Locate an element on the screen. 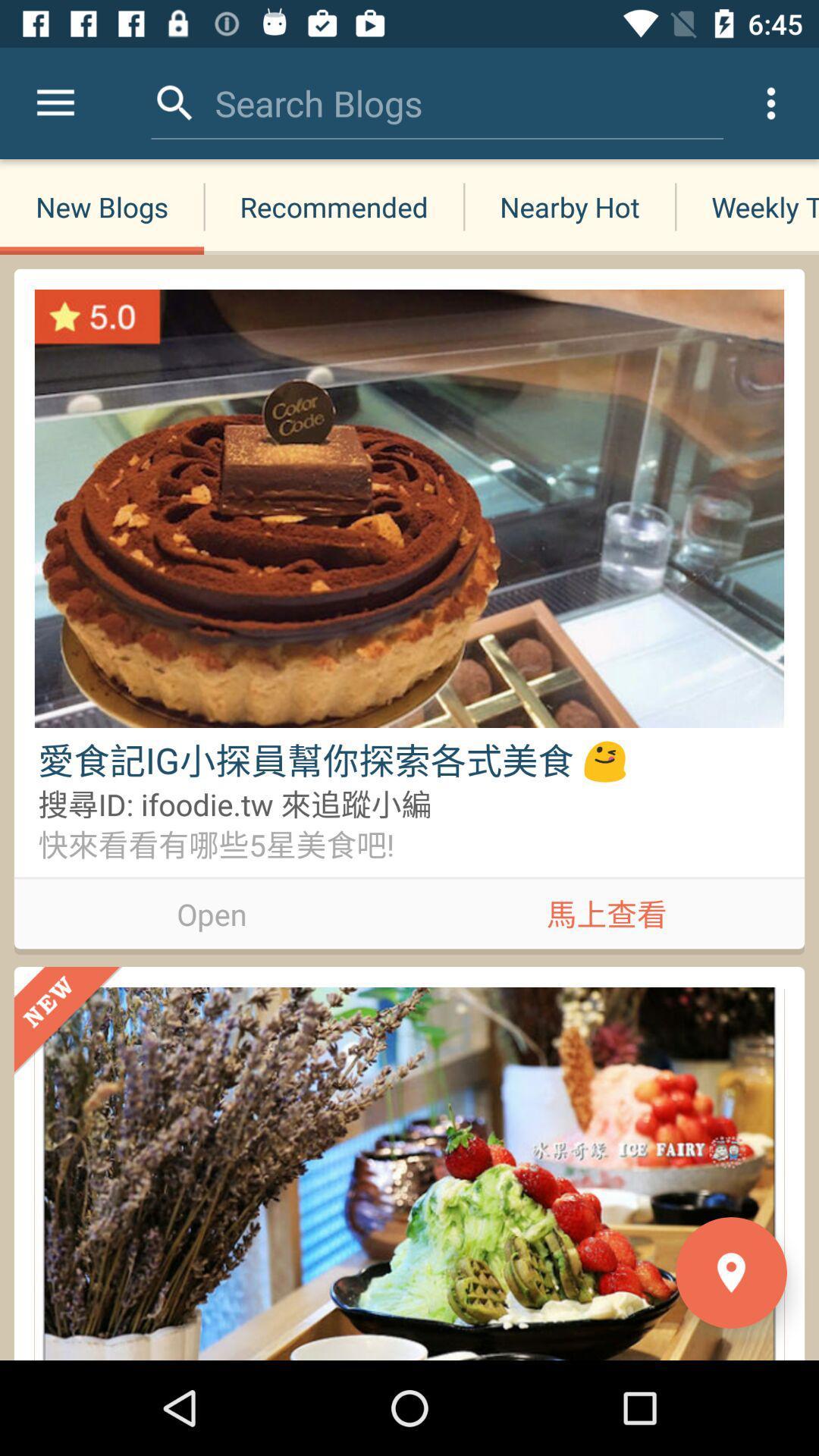  the search icon on left side of text search blogs is located at coordinates (174, 103).